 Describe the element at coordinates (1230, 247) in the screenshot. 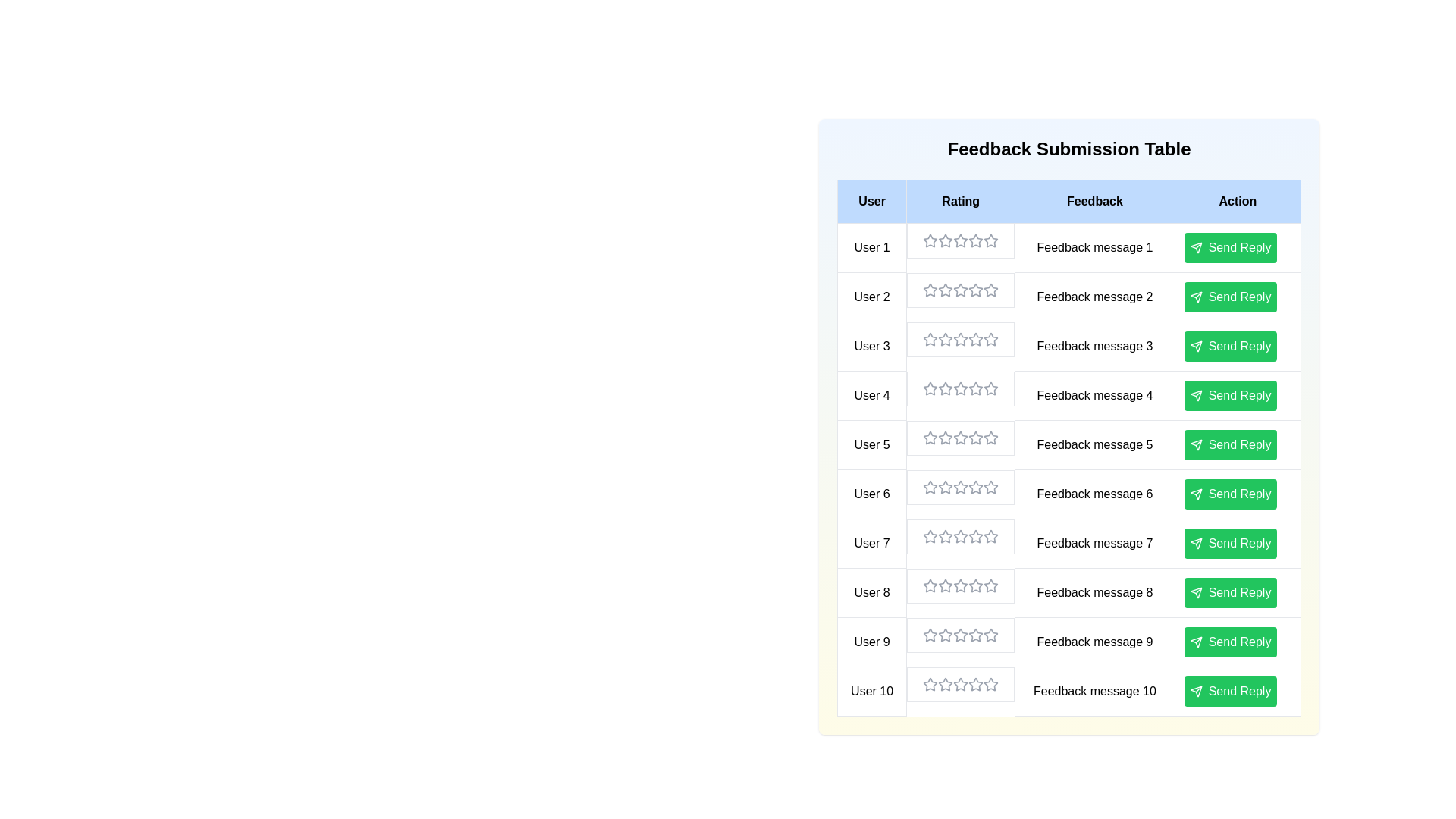

I see `the 'Send Reply' button for a specific user` at that location.